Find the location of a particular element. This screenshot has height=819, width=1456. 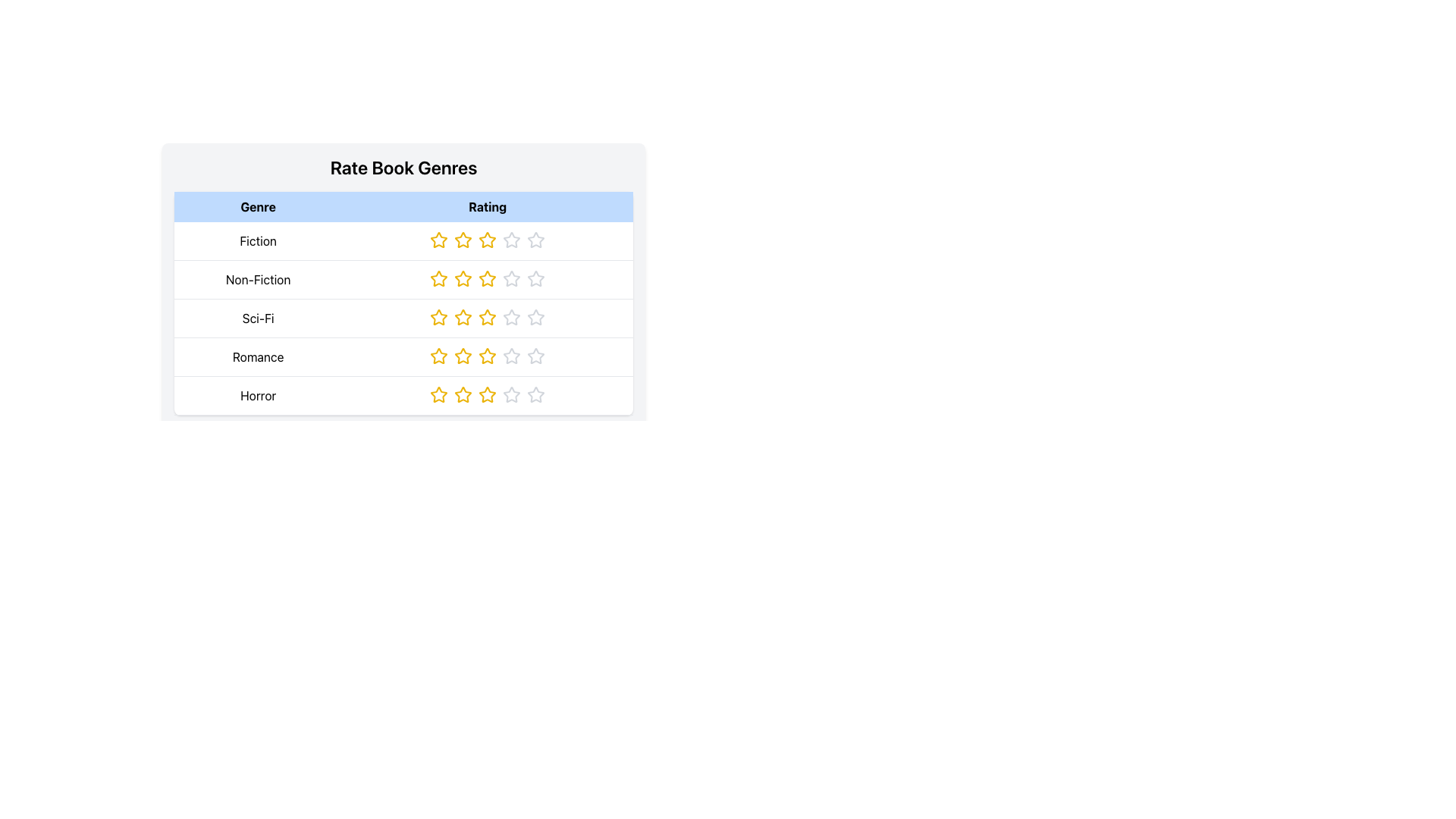

the fifth rating star icon in the 'Rate Book Genres' table for the 'Horror' book genre is located at coordinates (536, 394).